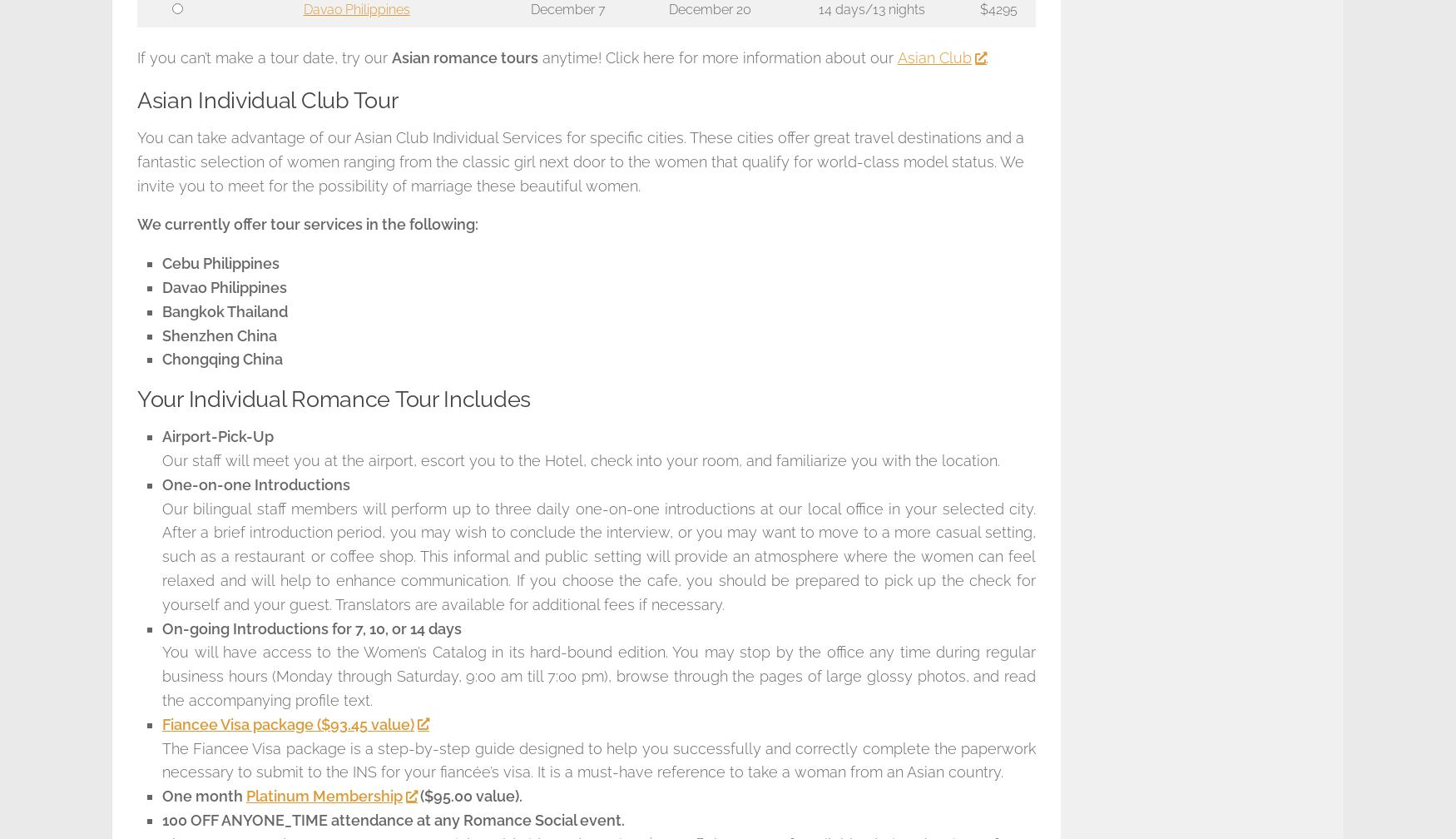 The image size is (1456, 839). What do you see at coordinates (136, 399) in the screenshot?
I see `'Your Individual Romance Tour Includes'` at bounding box center [136, 399].